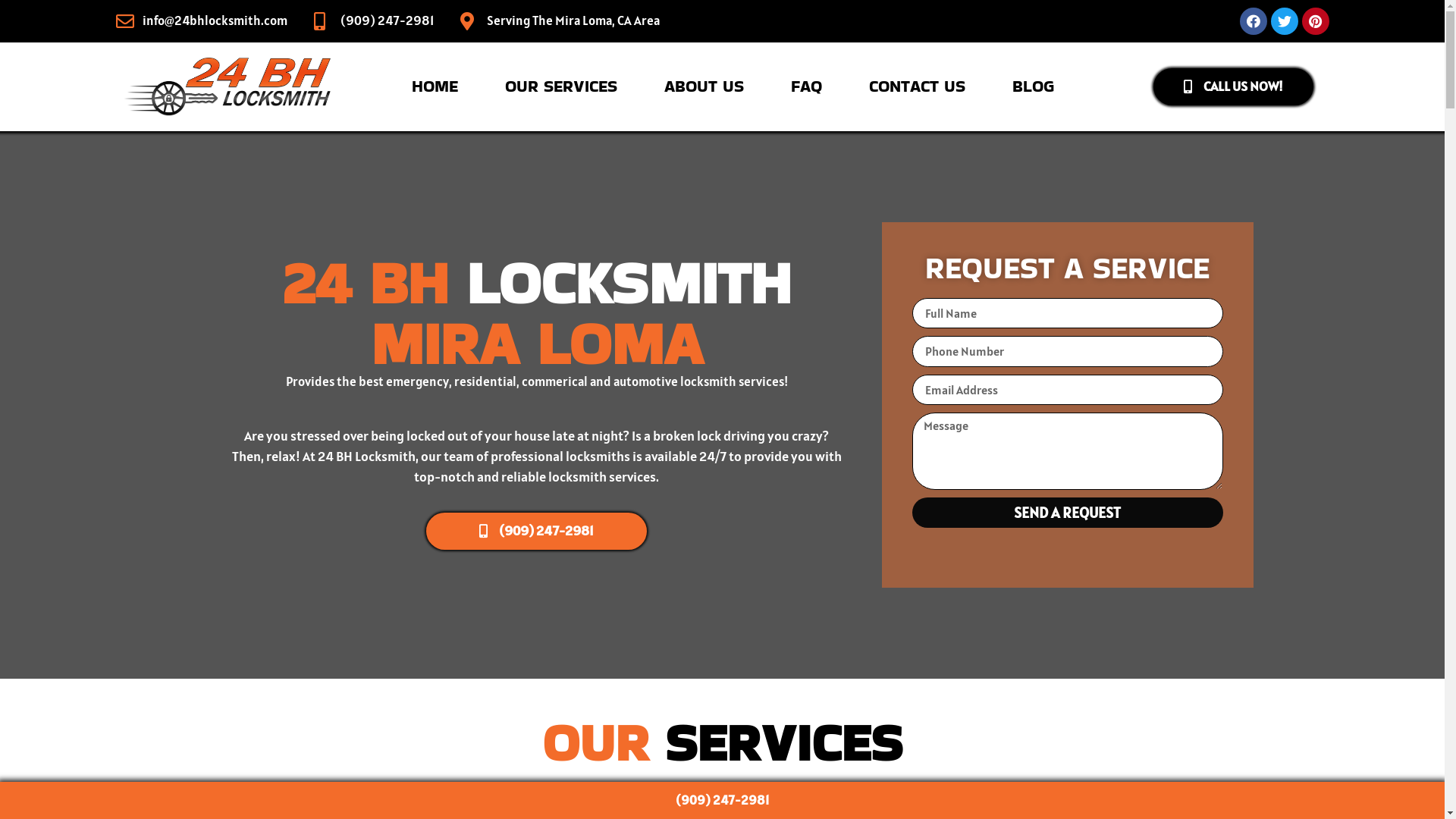 The width and height of the screenshot is (1456, 819). I want to click on 'SEND A REQUEST', so click(1065, 512).